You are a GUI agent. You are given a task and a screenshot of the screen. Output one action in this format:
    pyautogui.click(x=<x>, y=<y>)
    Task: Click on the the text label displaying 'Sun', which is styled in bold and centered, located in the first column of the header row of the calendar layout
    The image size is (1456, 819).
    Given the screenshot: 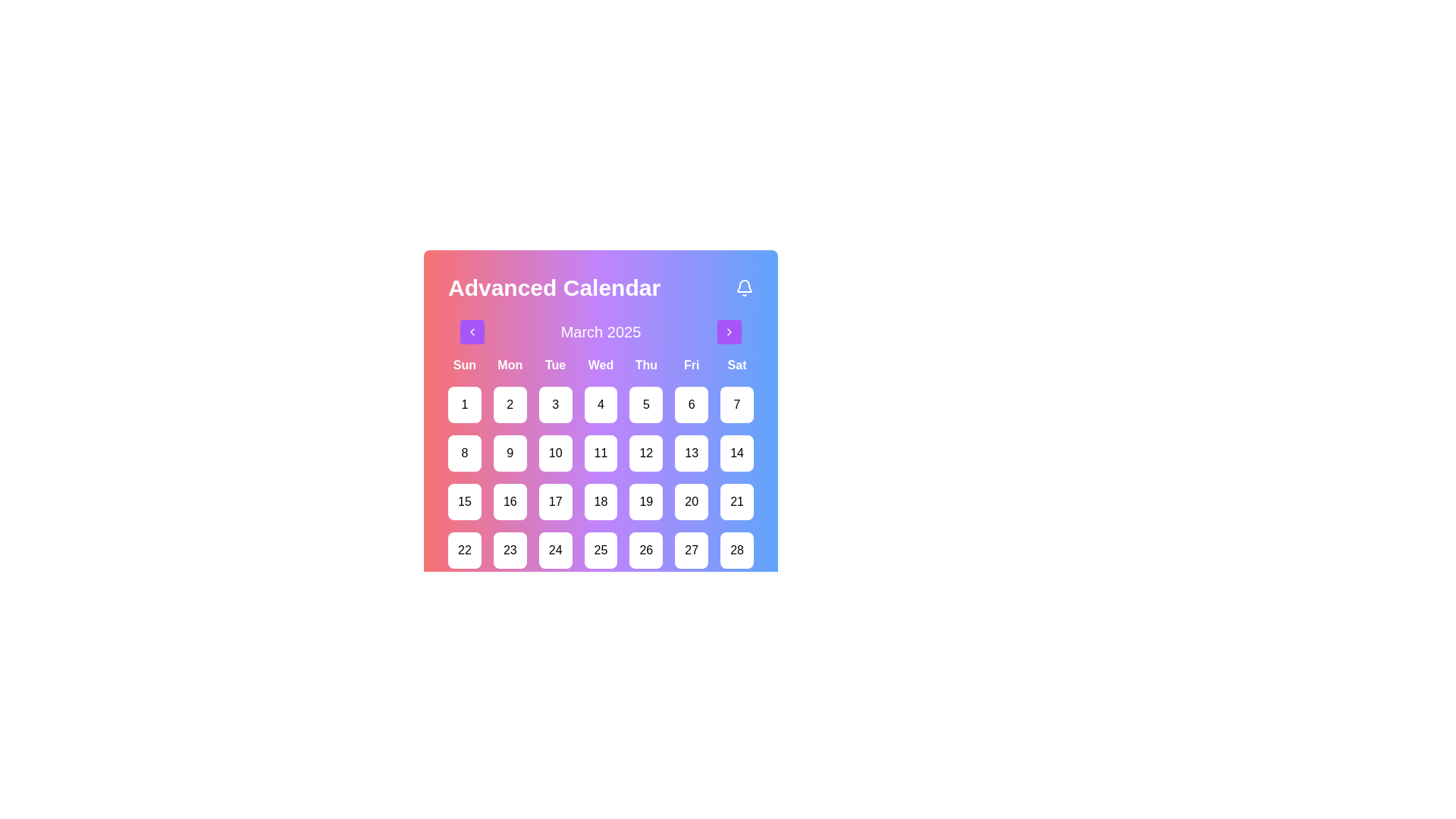 What is the action you would take?
    pyautogui.click(x=463, y=366)
    